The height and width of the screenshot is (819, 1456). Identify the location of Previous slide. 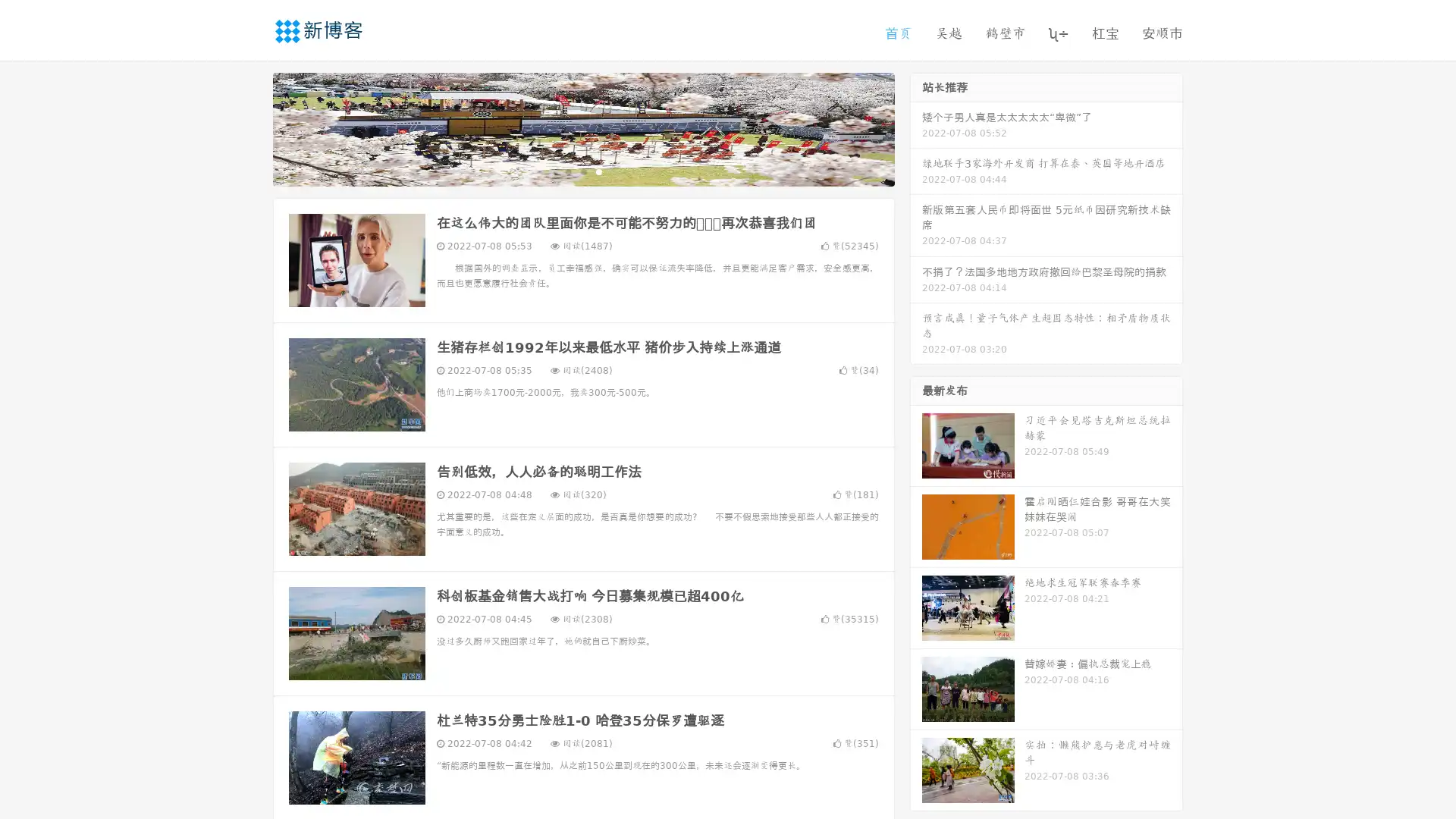
(250, 127).